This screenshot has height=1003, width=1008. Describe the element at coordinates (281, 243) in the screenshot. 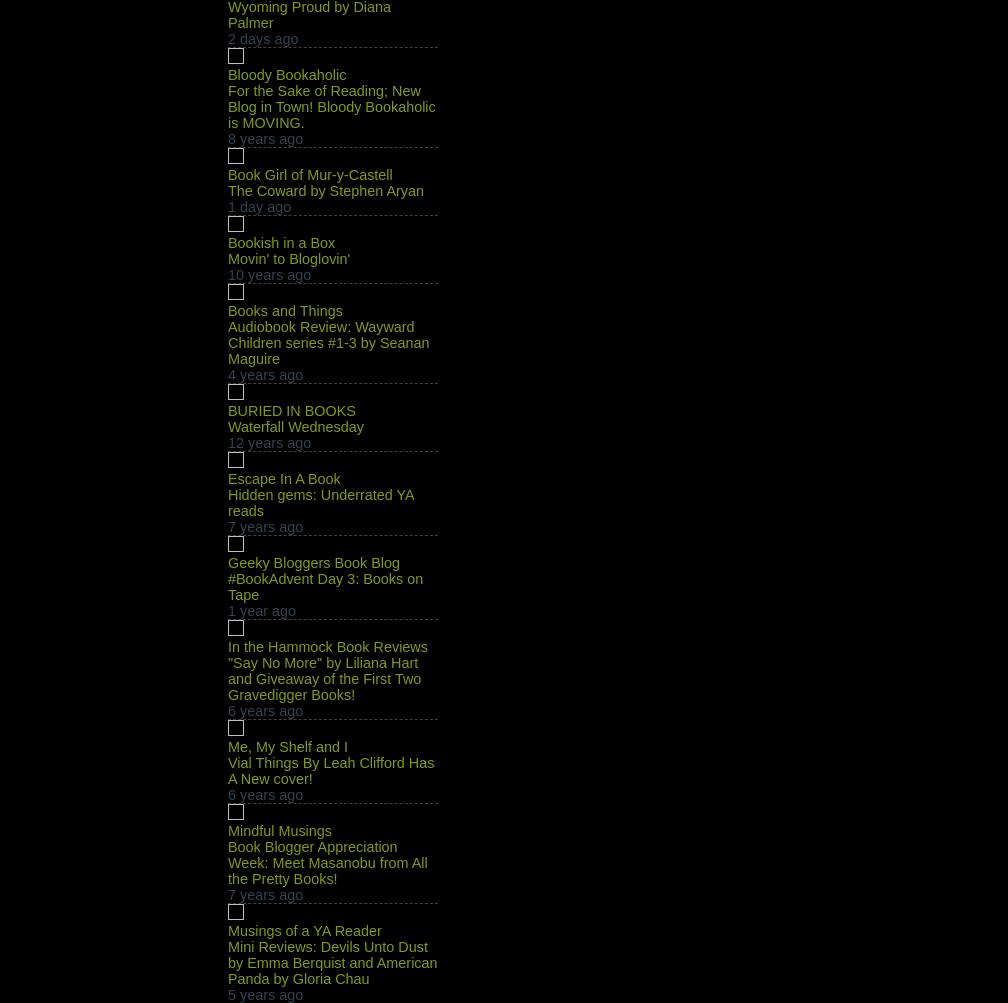

I see `'Bookish in a Box'` at that location.